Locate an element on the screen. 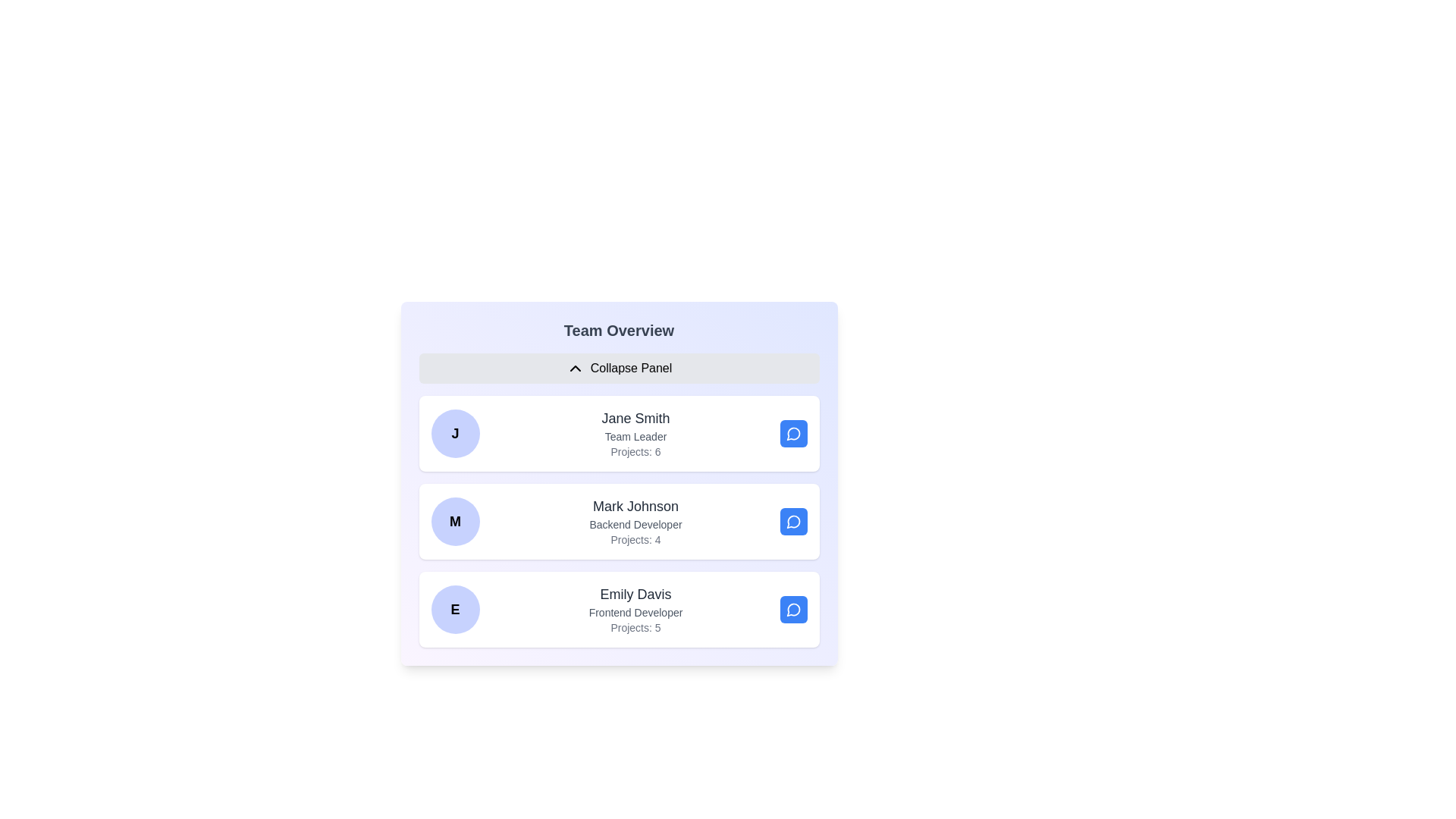 The image size is (1456, 819). the circular speech bubble icon with a blue background located at the bottom-right of the third item in the 'Team Overview' section is located at coordinates (792, 609).